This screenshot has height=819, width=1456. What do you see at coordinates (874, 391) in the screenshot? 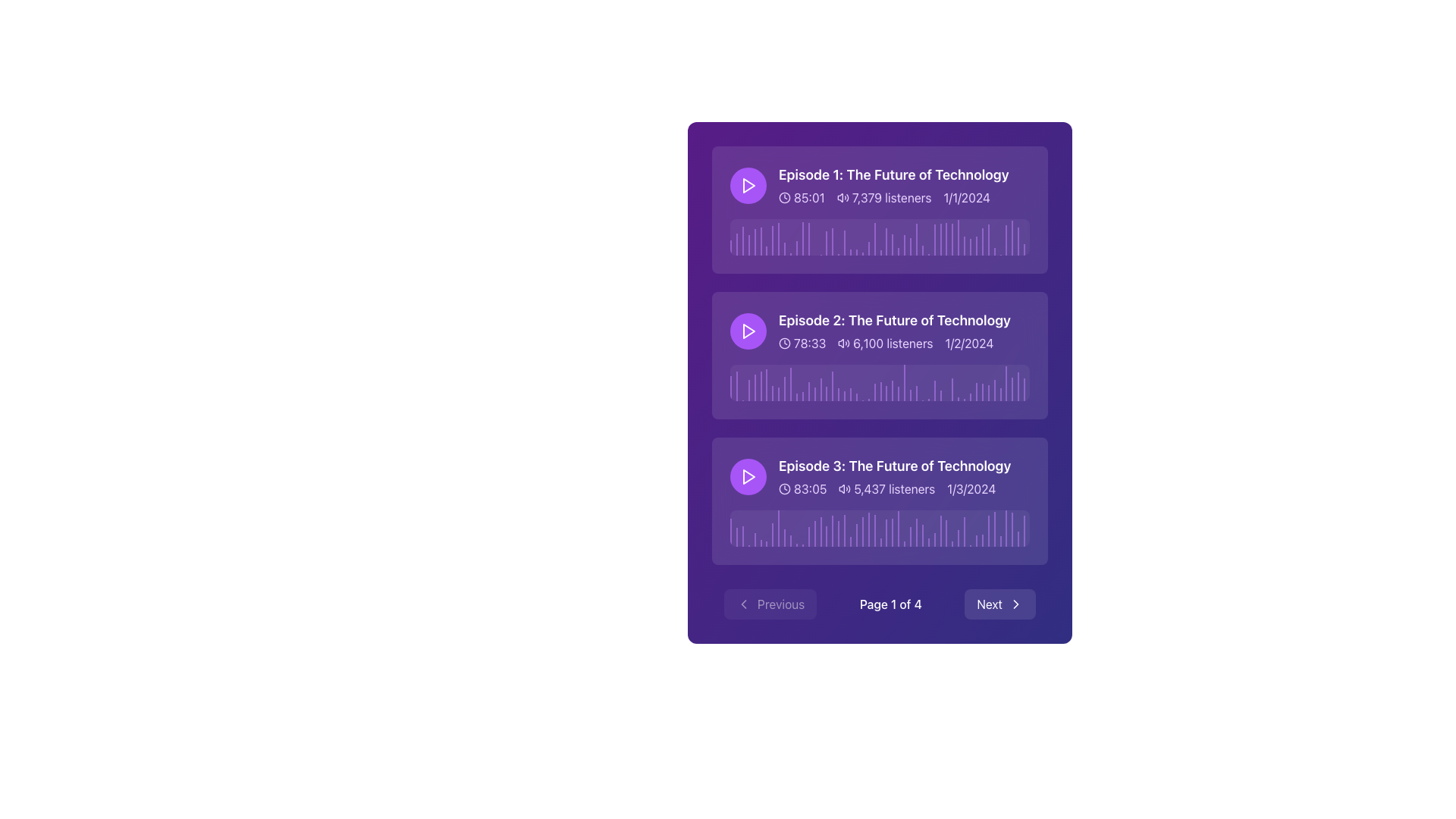
I see `the purple translucent timeline marker within the waveform visualization of 'Episode 2: The Future of Technology'` at bounding box center [874, 391].